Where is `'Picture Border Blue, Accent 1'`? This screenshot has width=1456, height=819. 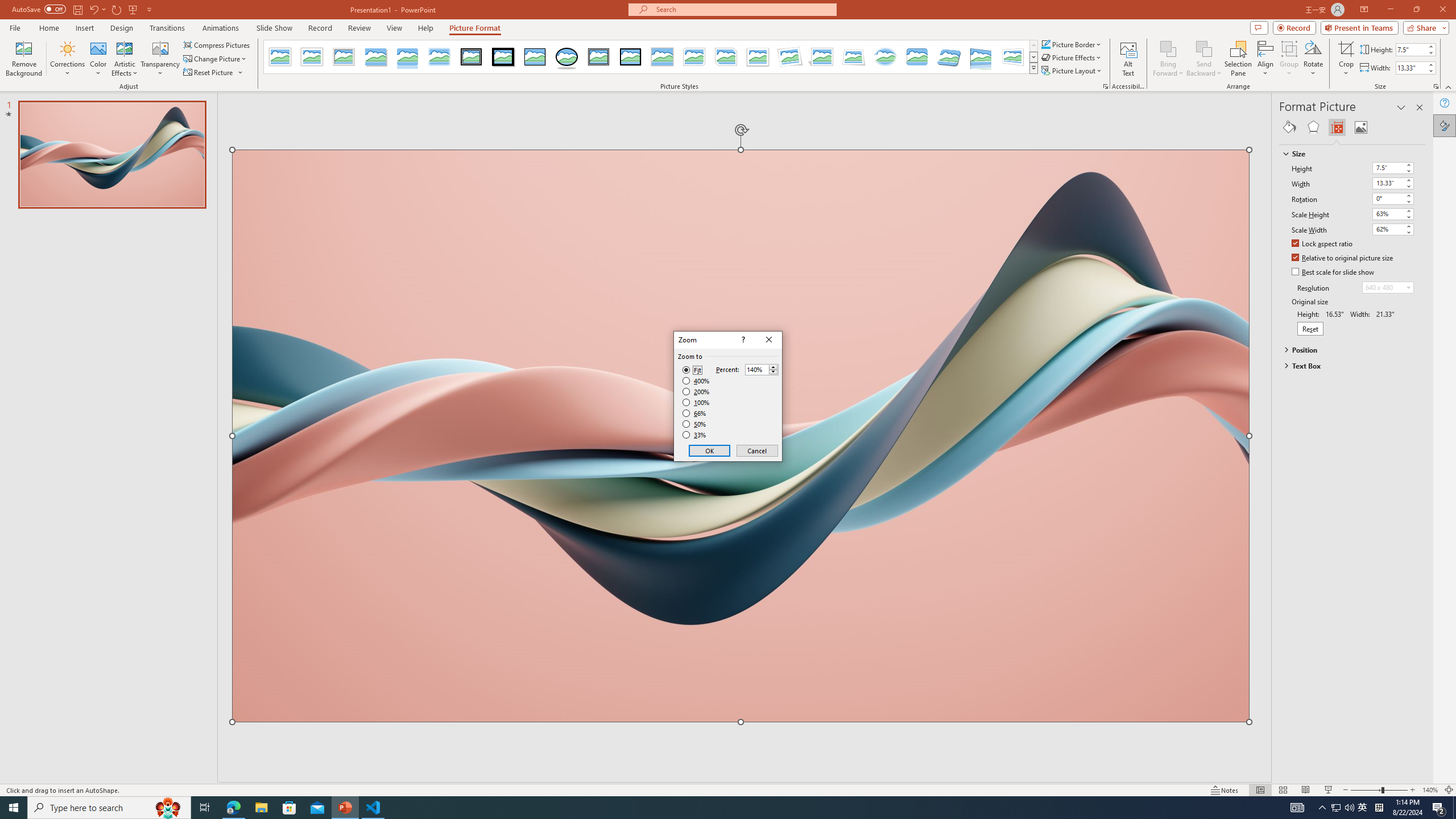 'Picture Border Blue, Accent 1' is located at coordinates (1045, 44).